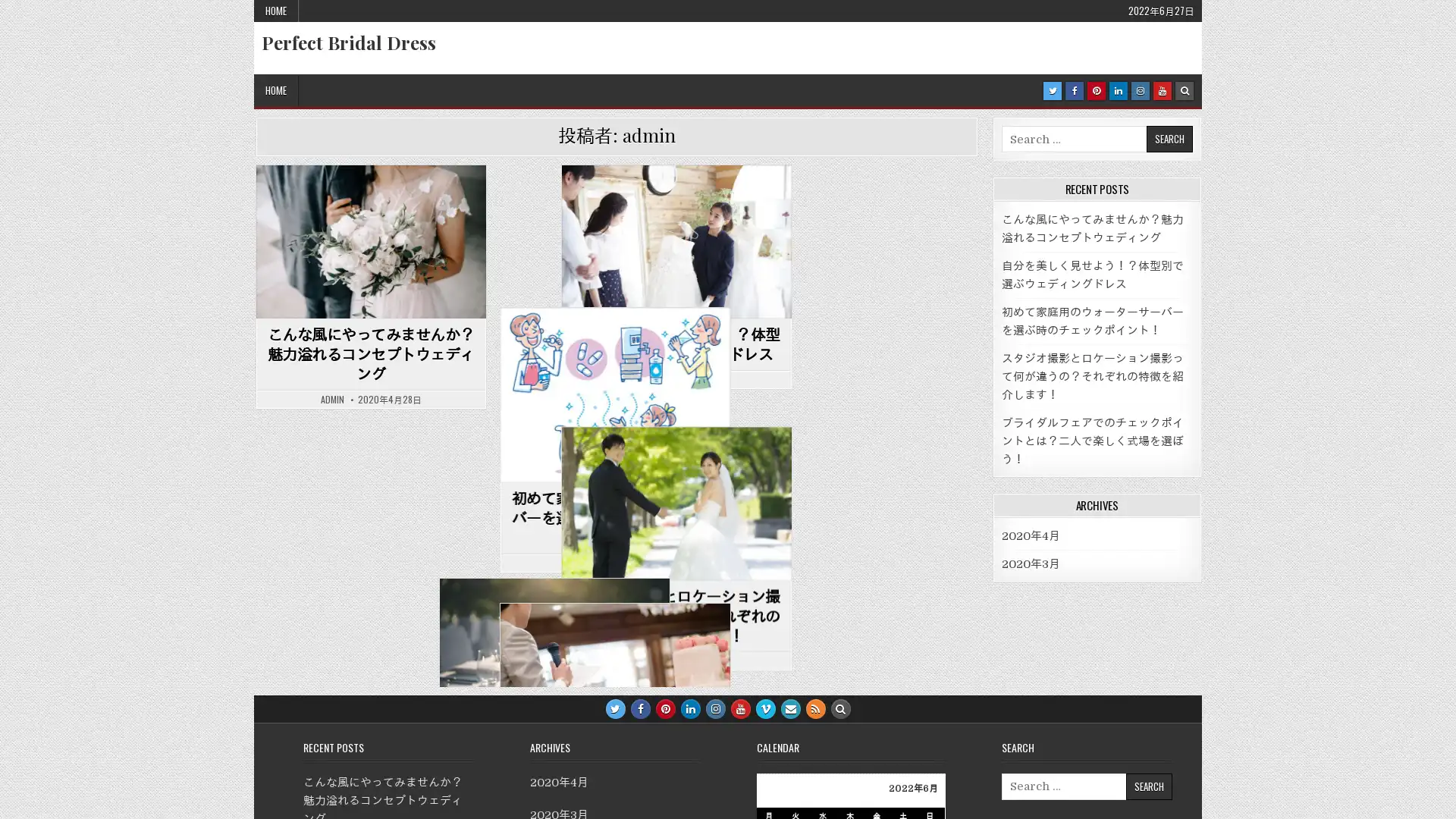  I want to click on Search, so click(1168, 139).